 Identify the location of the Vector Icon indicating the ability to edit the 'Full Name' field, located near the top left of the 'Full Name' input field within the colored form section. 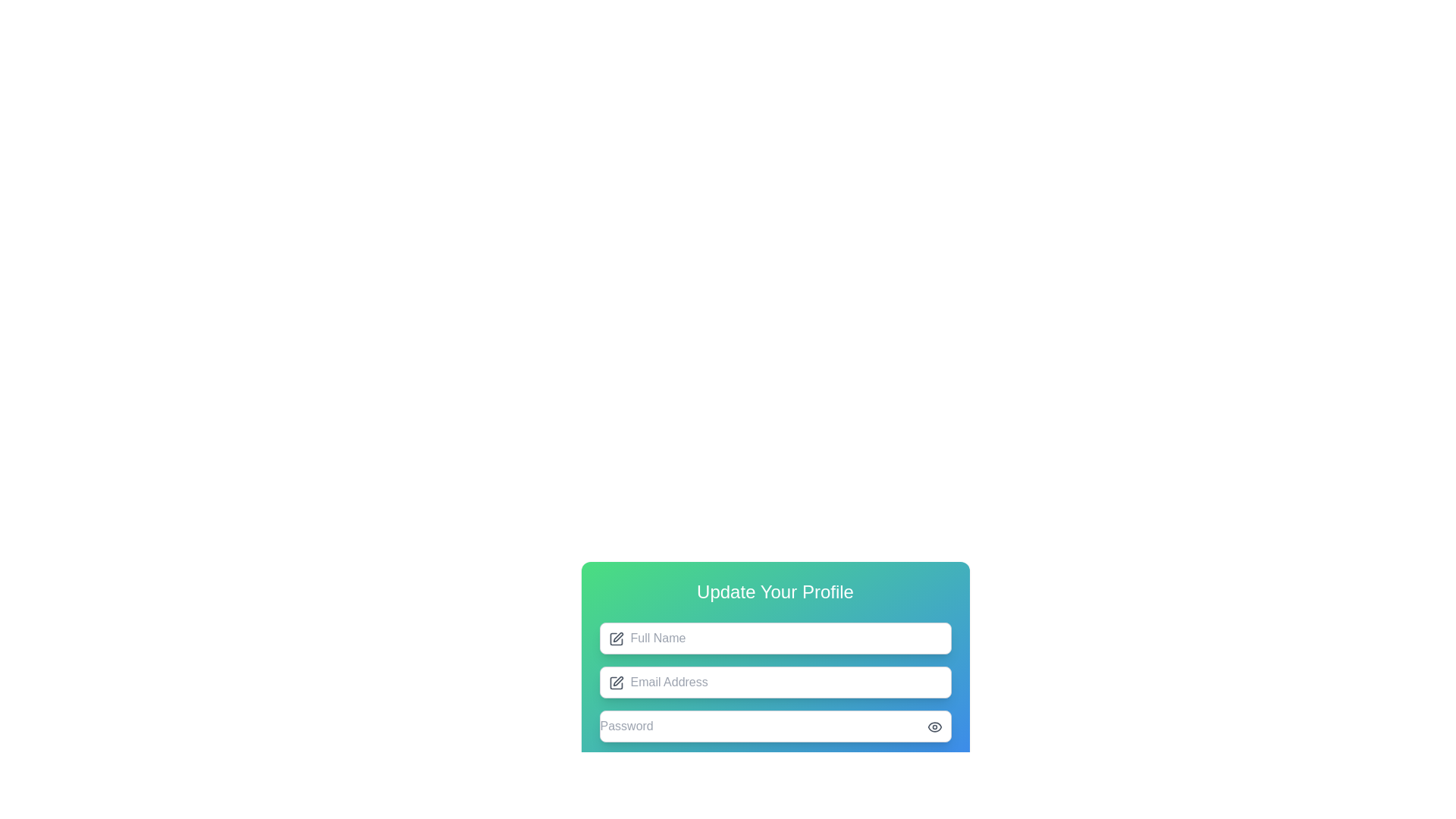
(618, 637).